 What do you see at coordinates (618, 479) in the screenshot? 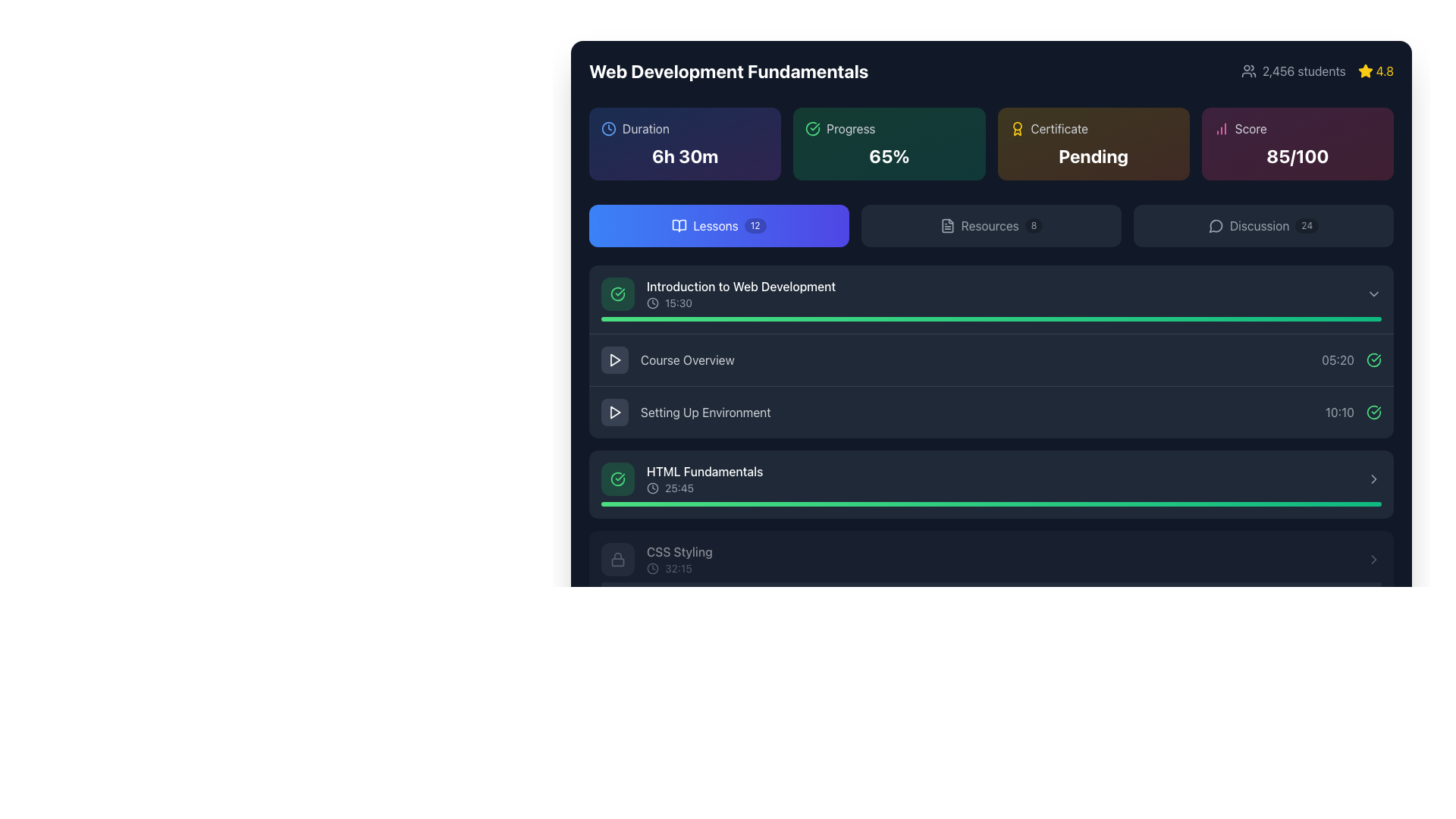
I see `the green circular icon containing a checkmark, which is located to the left of the text 'HTML Fundamentals' in a list item within a module section` at bounding box center [618, 479].